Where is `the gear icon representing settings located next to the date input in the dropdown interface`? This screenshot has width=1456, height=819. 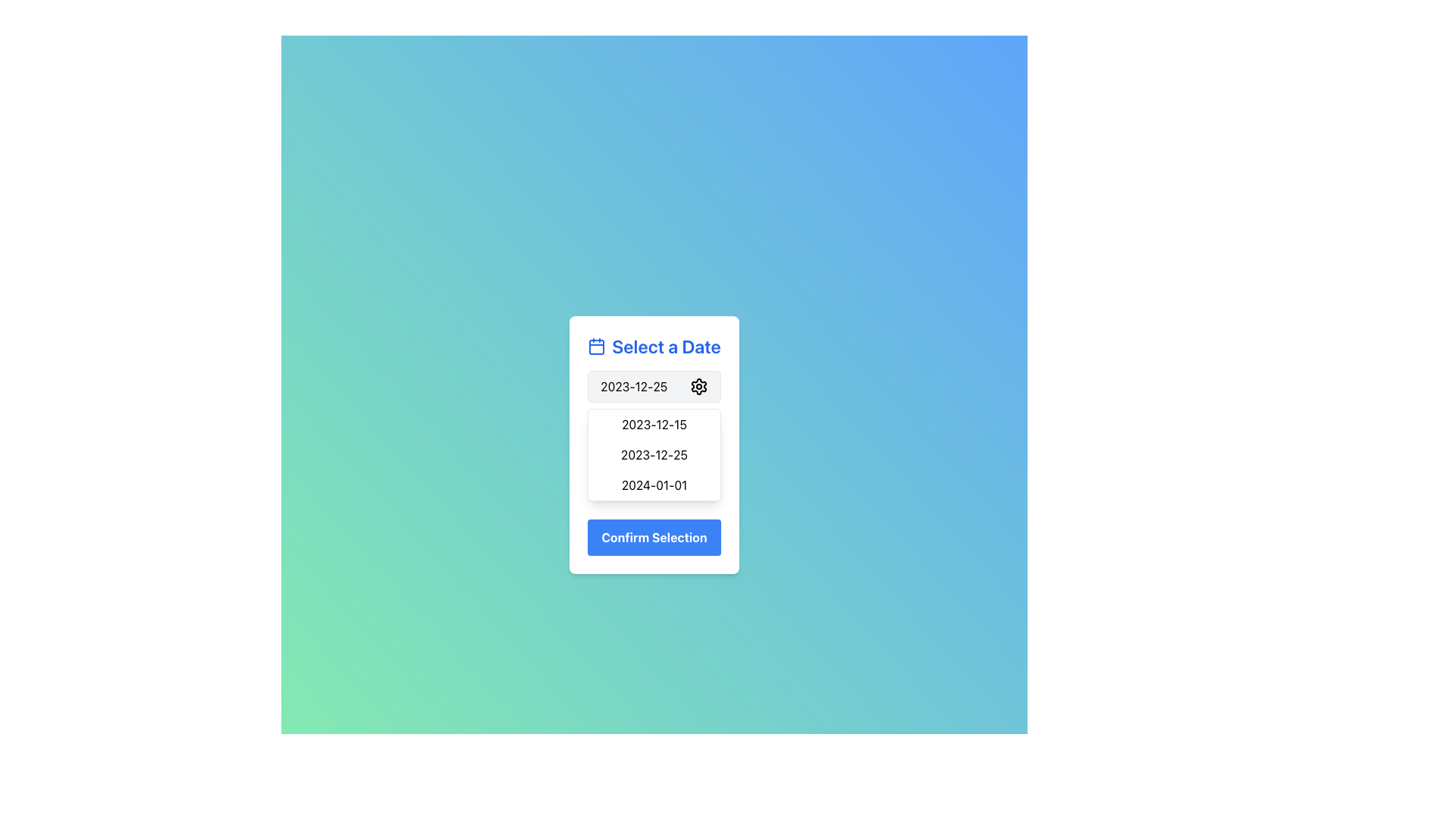
the gear icon representing settings located next to the date input in the dropdown interface is located at coordinates (698, 385).